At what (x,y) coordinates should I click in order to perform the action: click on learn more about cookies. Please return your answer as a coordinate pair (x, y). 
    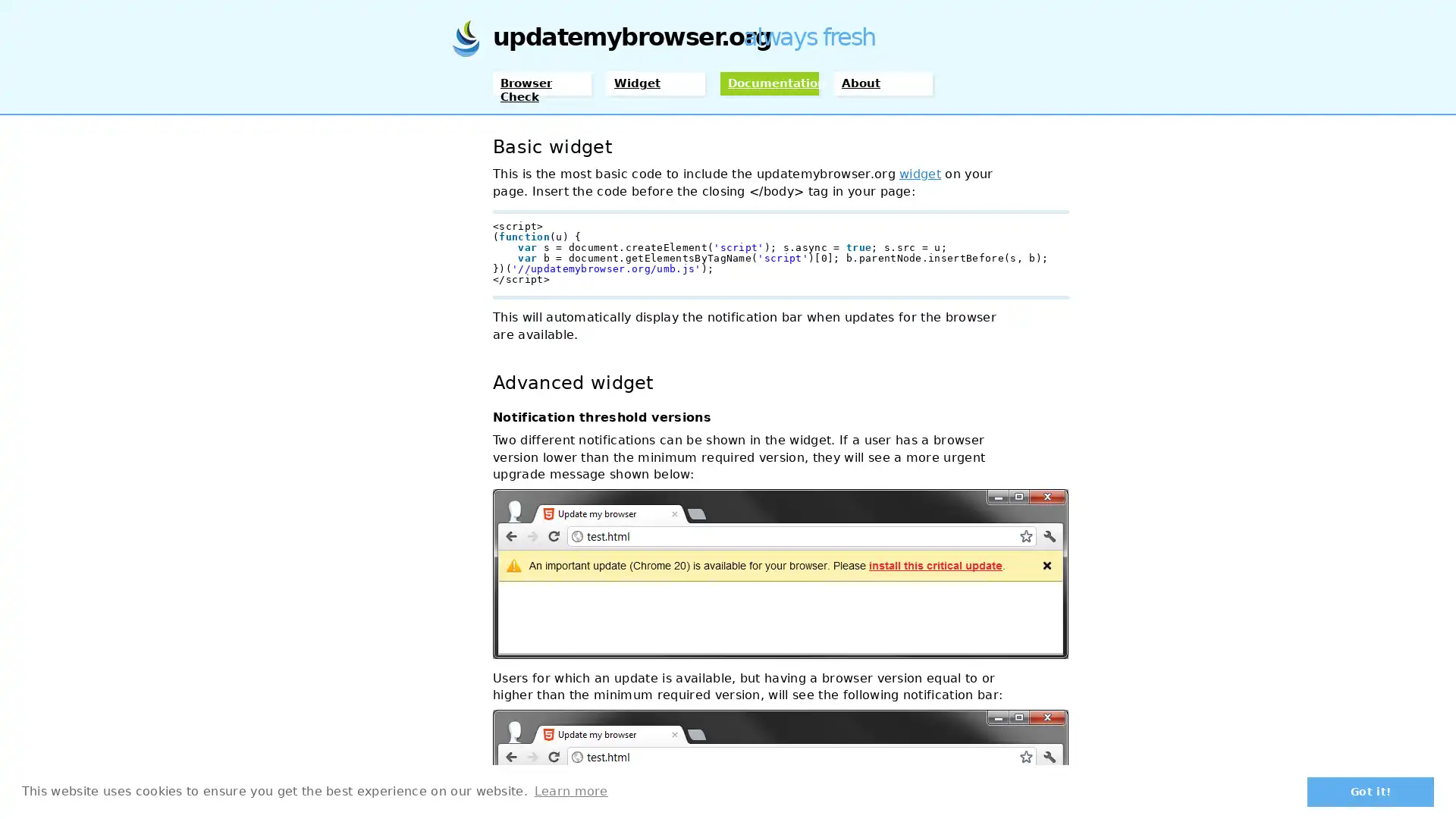
    Looking at the image, I should click on (570, 791).